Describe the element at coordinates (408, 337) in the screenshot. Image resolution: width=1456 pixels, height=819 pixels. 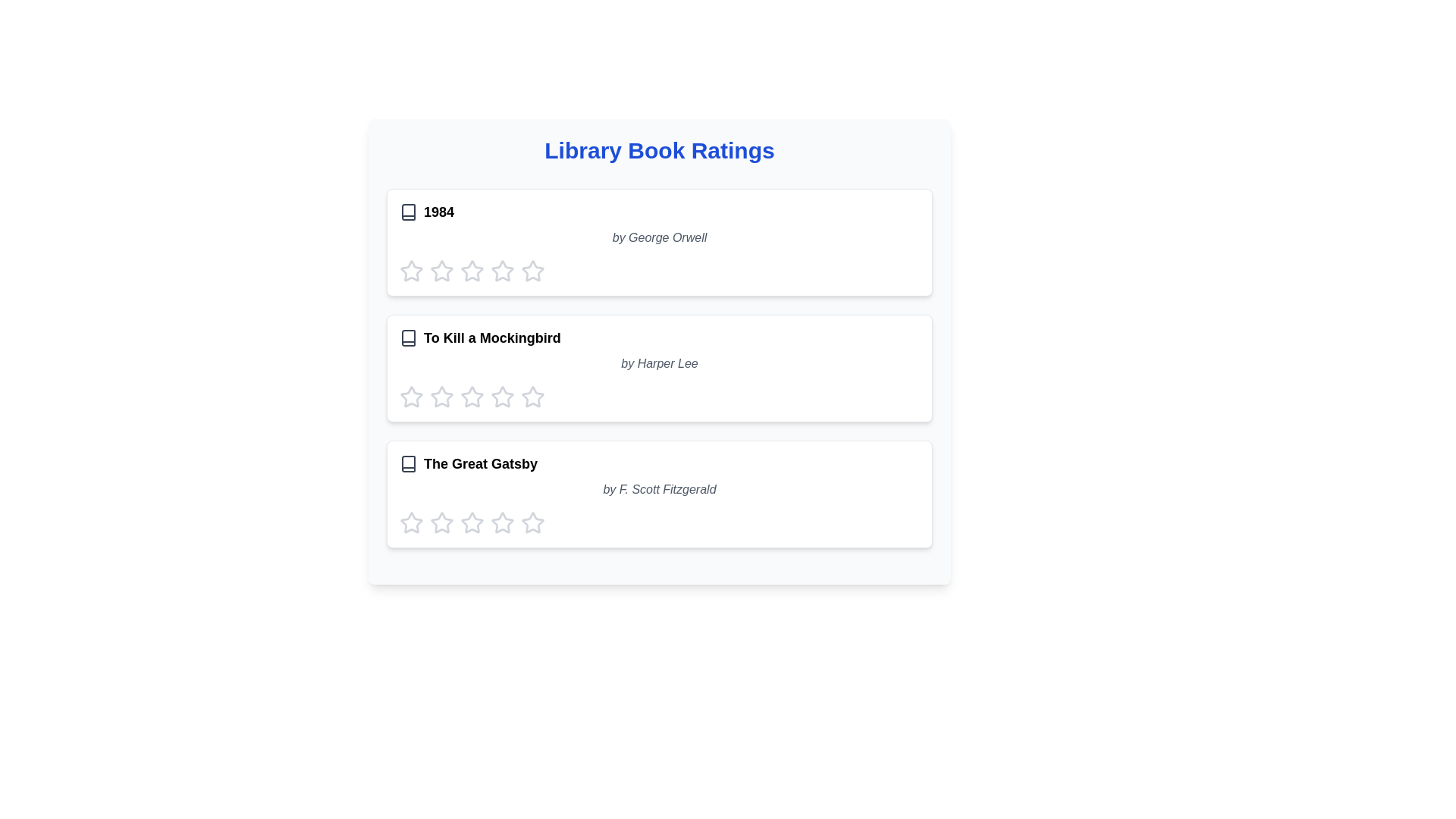
I see `the small book icon with a clear outline, located in the second row next to the text 'To Kill a Mockingbird'` at that location.